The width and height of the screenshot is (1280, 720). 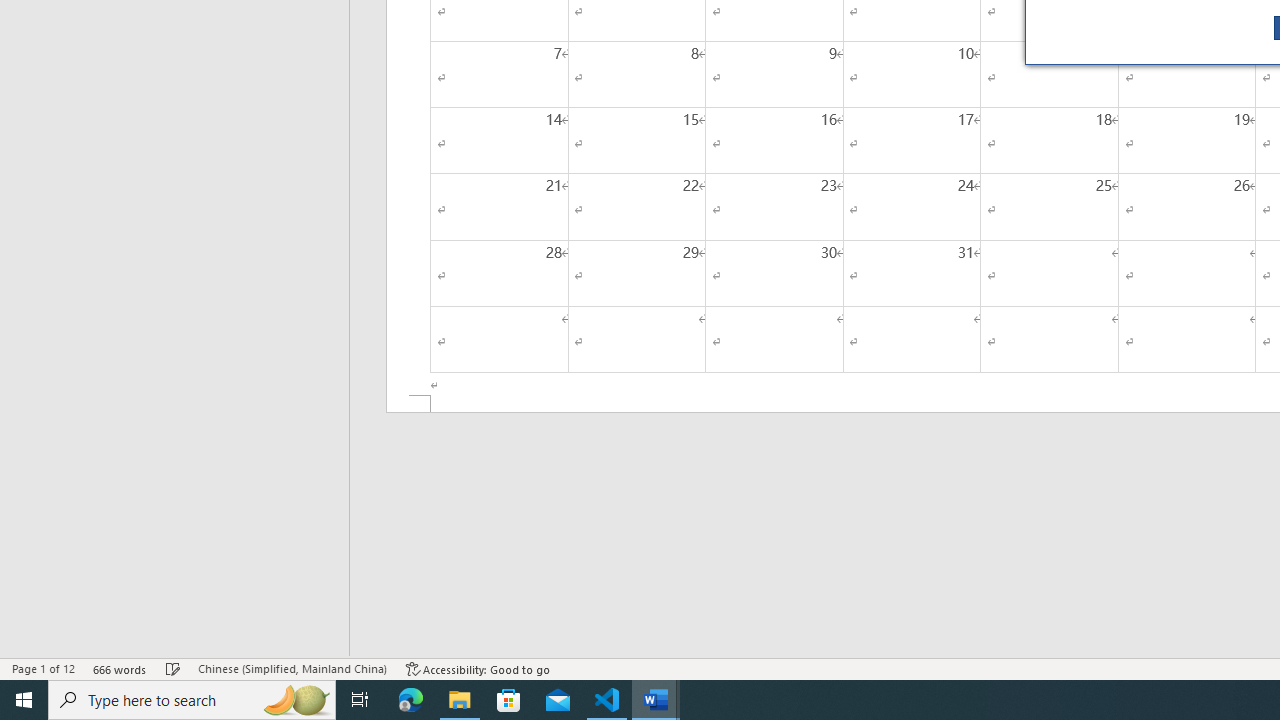 What do you see at coordinates (291, 669) in the screenshot?
I see `'Language Chinese (Simplified, Mainland China)'` at bounding box center [291, 669].